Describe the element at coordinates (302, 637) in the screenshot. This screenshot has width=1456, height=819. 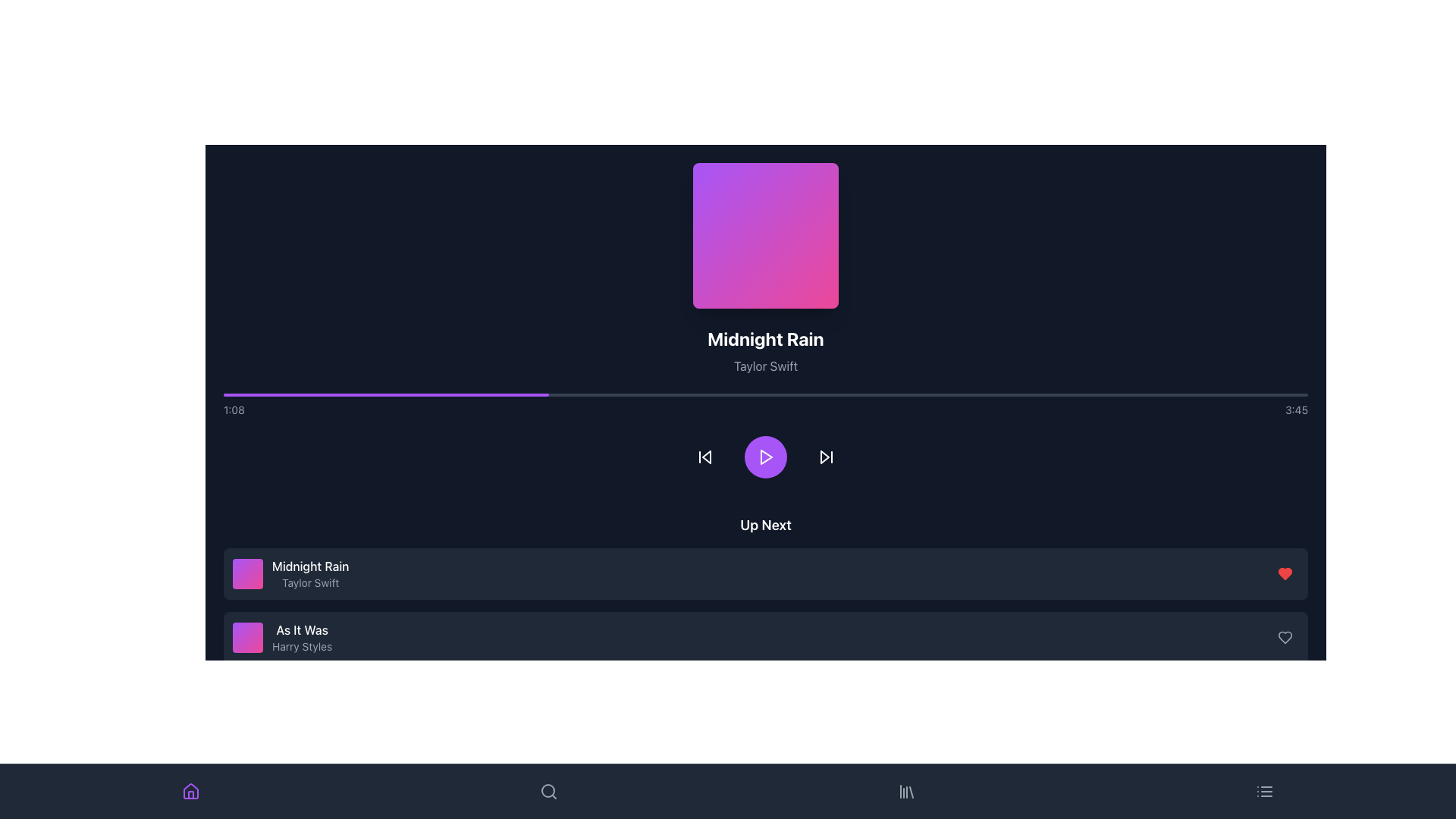
I see `text displayed in the Text block showing the title 'As It Was' and artist 'Harry Styles' in the 'Up Next' playlist, located to the right of the thumbnail` at that location.